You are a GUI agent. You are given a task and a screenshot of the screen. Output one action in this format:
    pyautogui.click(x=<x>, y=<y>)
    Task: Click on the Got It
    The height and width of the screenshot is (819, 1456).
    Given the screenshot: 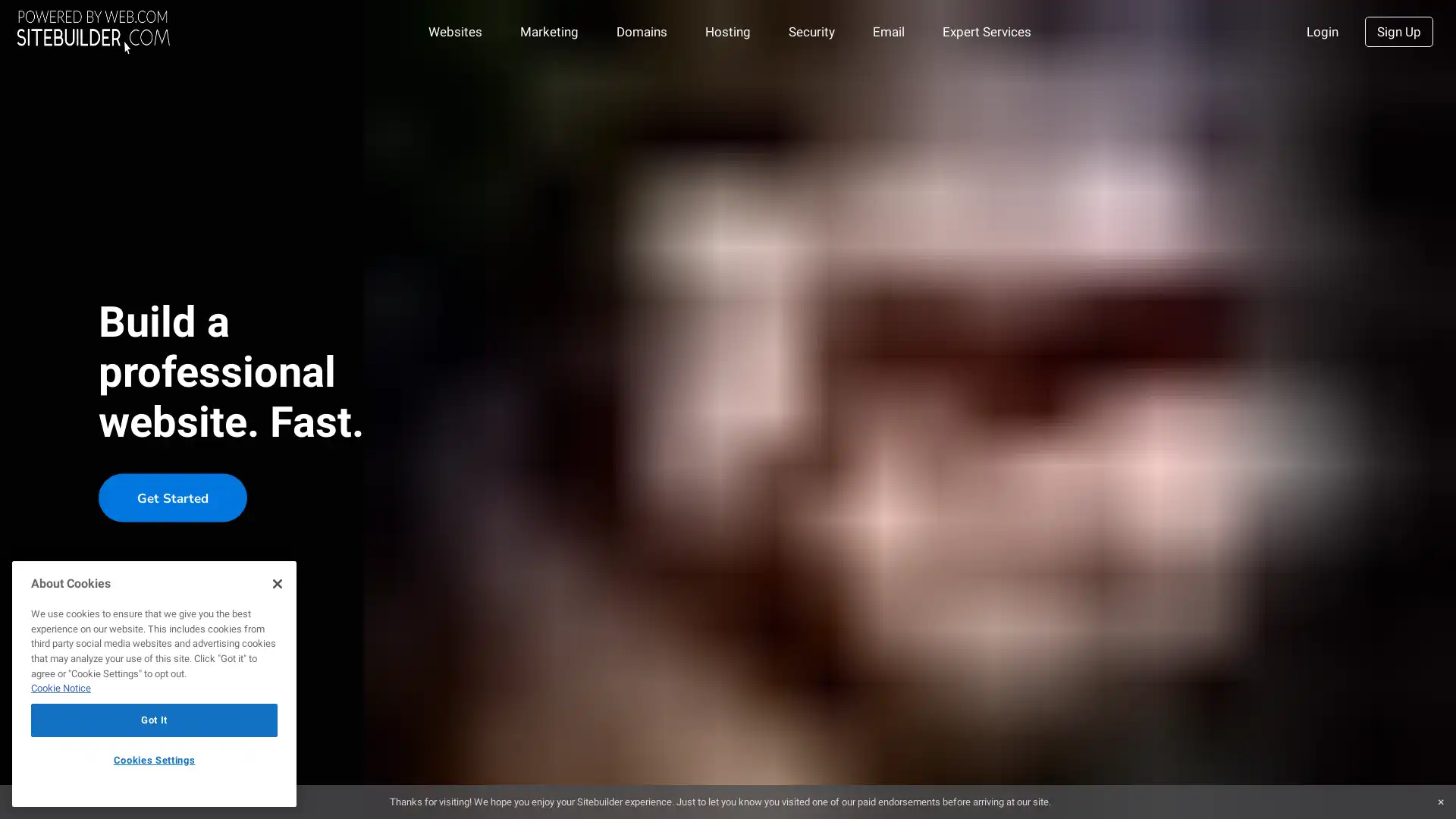 What is the action you would take?
    pyautogui.click(x=154, y=719)
    